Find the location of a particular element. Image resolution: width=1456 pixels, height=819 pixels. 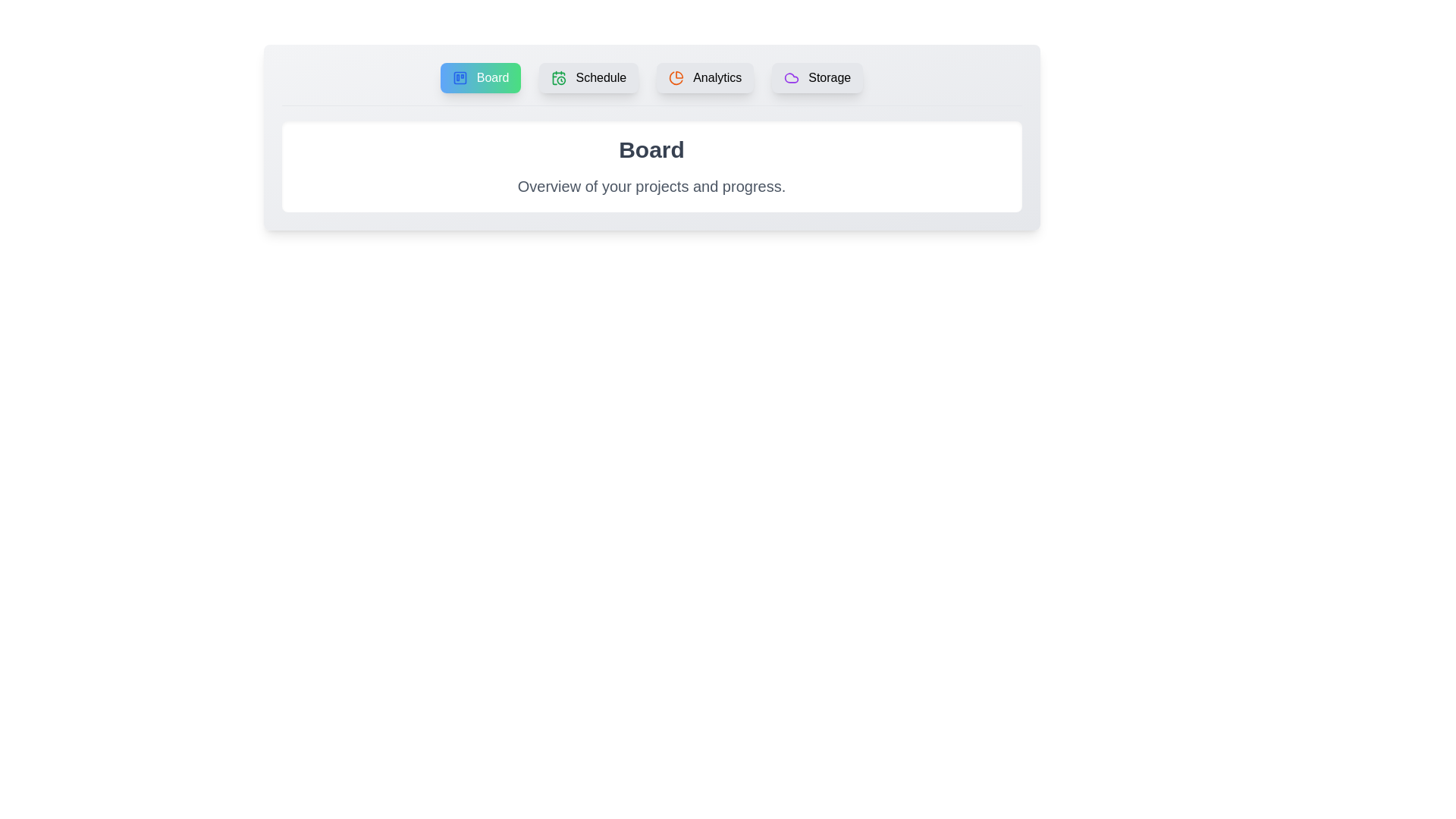

the tab corresponding to Analytics in the tab menu is located at coordinates (704, 78).